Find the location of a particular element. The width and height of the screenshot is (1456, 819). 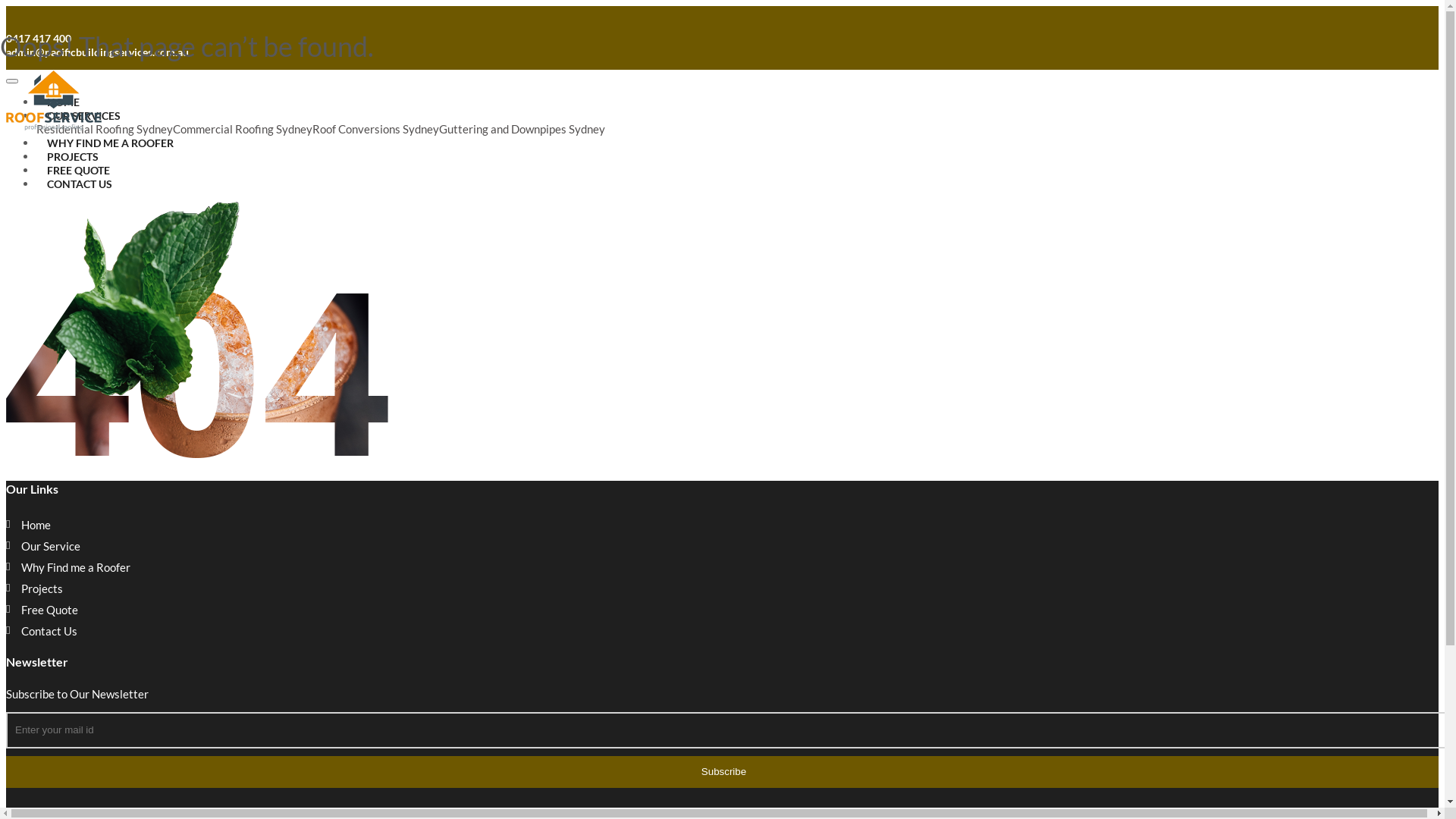

'Free Quote' is located at coordinates (49, 608).